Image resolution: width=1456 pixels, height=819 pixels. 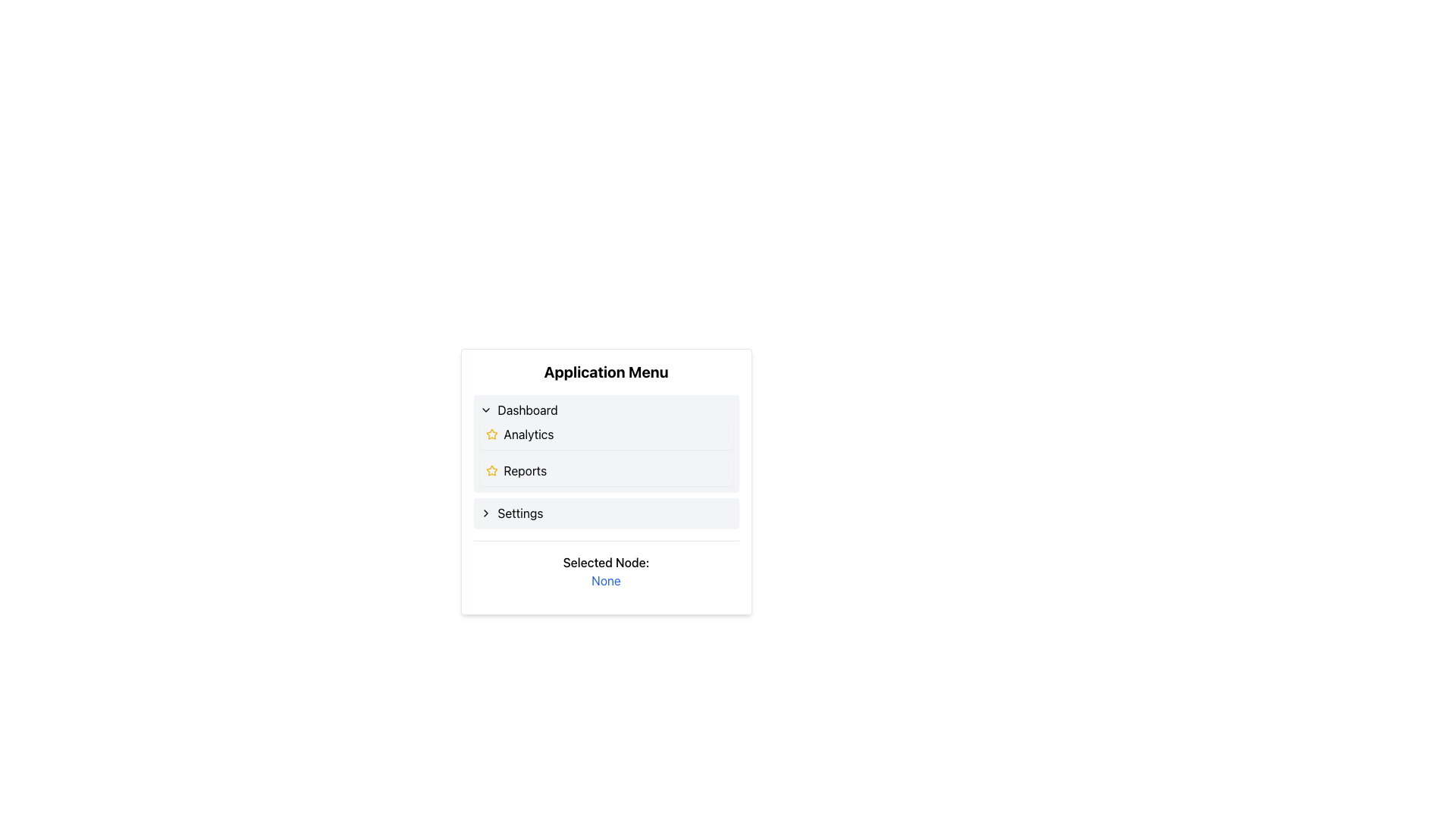 I want to click on the fourth text label in the vertical menu list, located directly below the 'Reports' entry, so click(x=520, y=513).